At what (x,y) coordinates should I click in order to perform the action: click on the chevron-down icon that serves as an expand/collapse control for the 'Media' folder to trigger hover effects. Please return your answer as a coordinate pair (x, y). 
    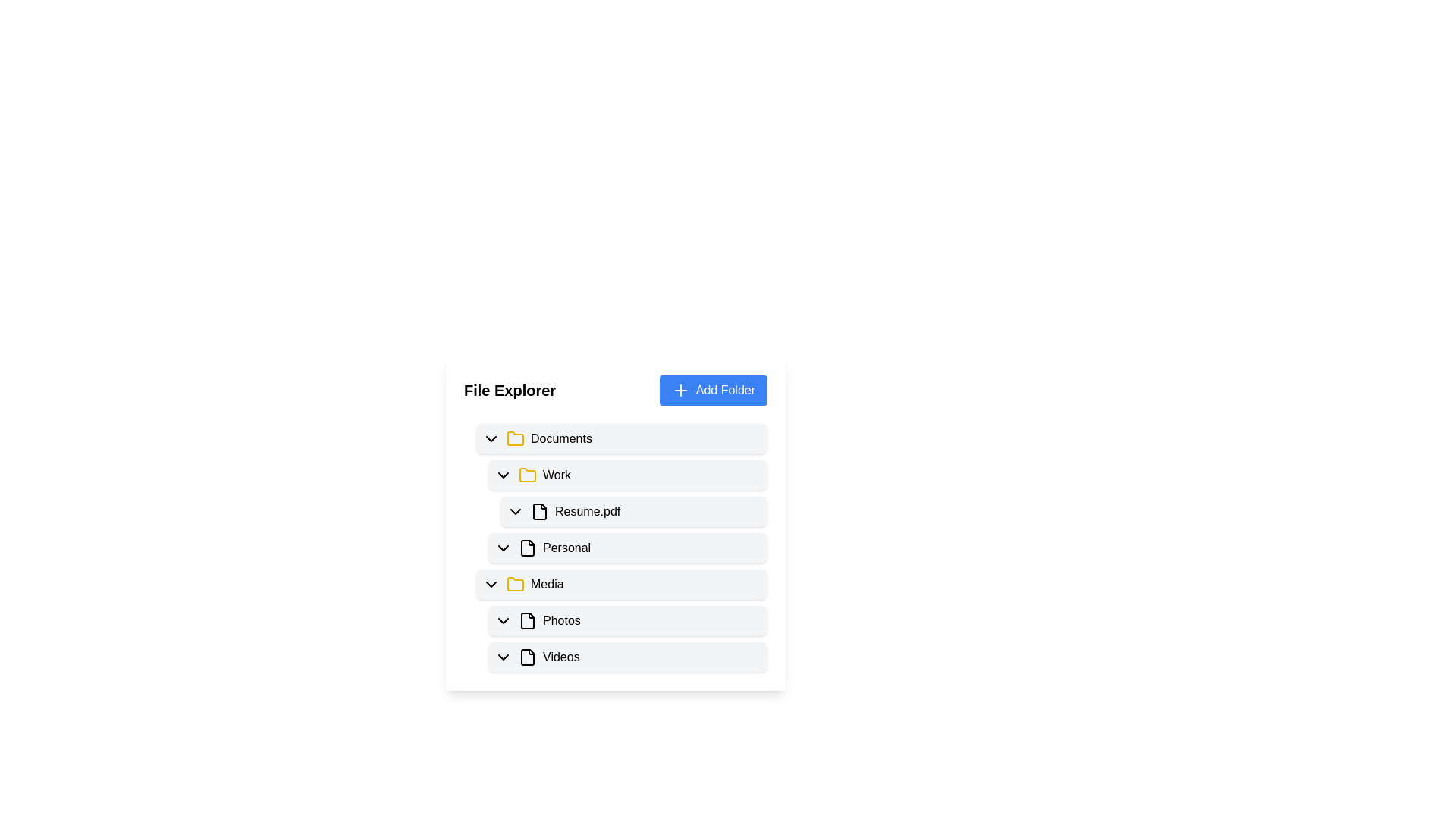
    Looking at the image, I should click on (491, 584).